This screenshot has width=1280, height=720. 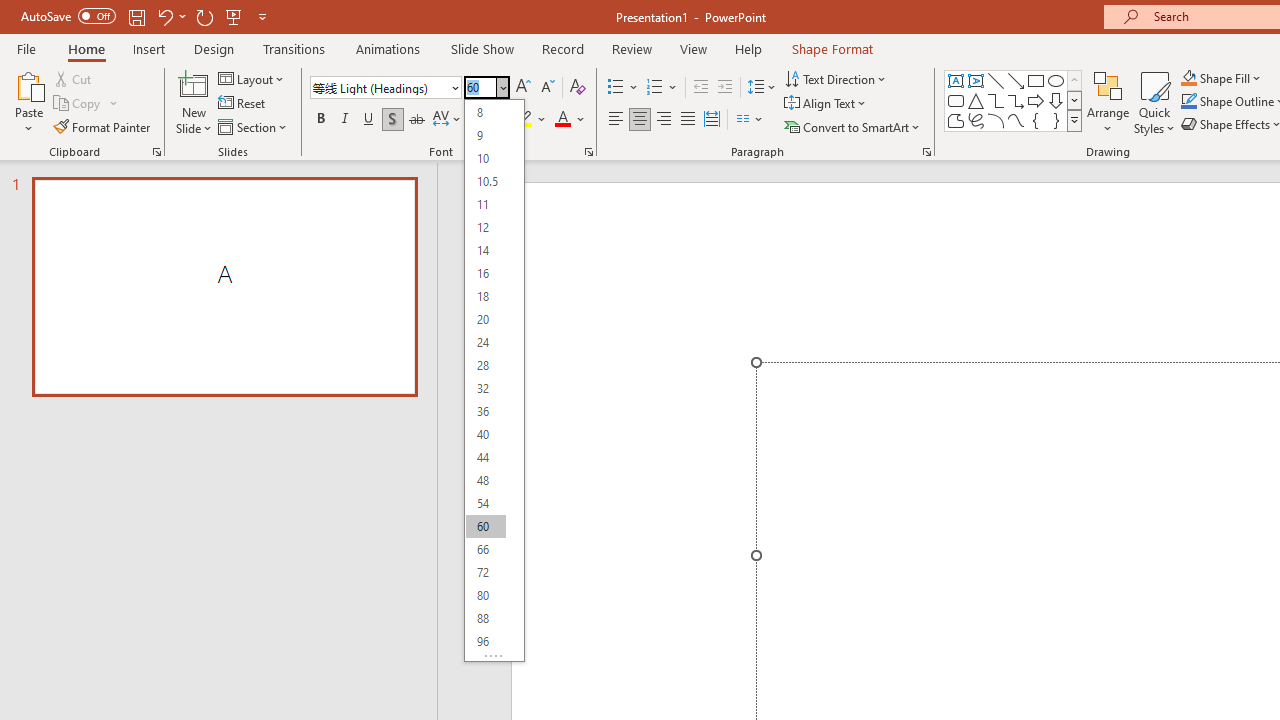 What do you see at coordinates (485, 157) in the screenshot?
I see `'10'` at bounding box center [485, 157].